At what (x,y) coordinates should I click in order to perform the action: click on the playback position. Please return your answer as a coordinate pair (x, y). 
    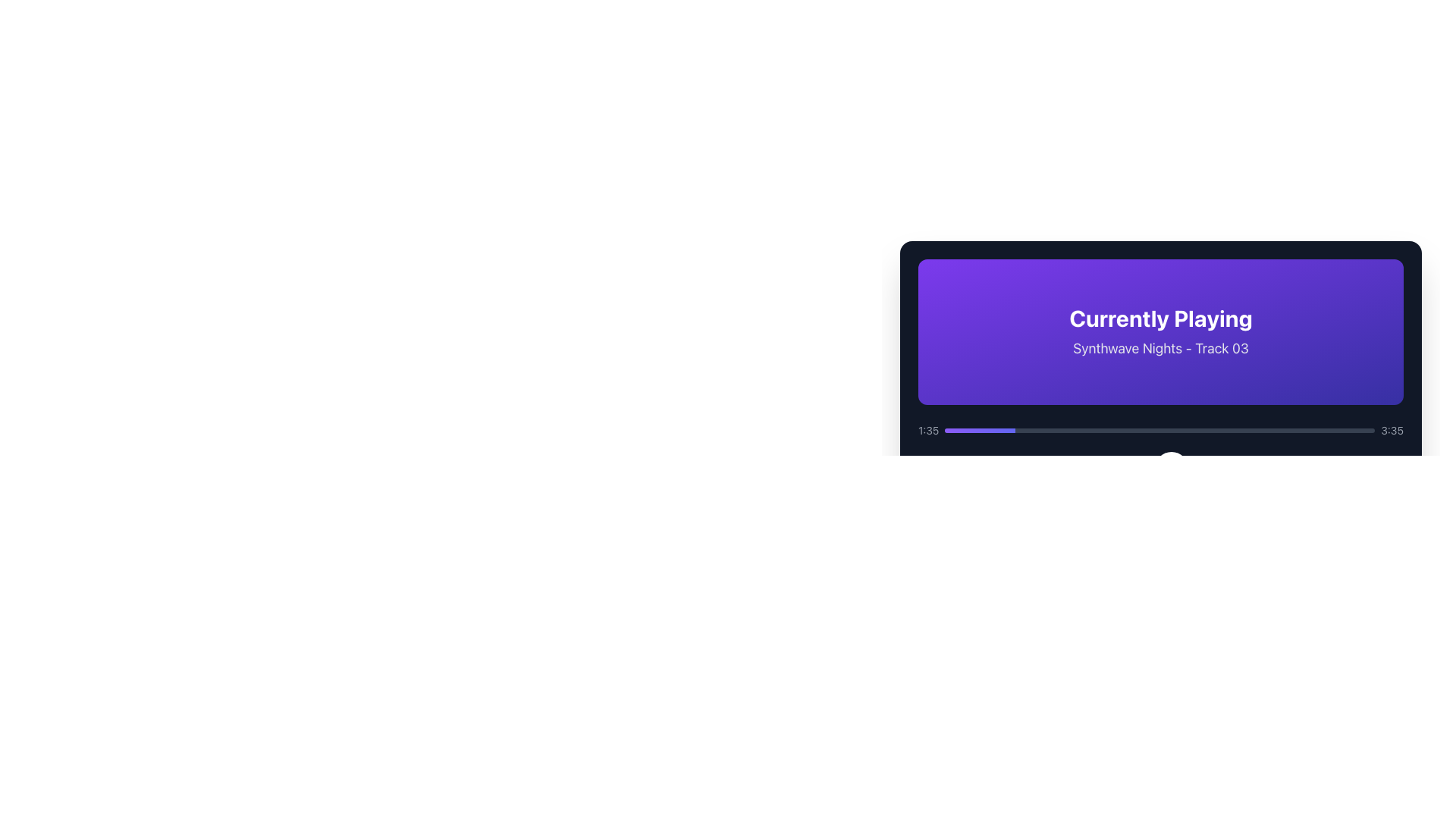
    Looking at the image, I should click on (1012, 430).